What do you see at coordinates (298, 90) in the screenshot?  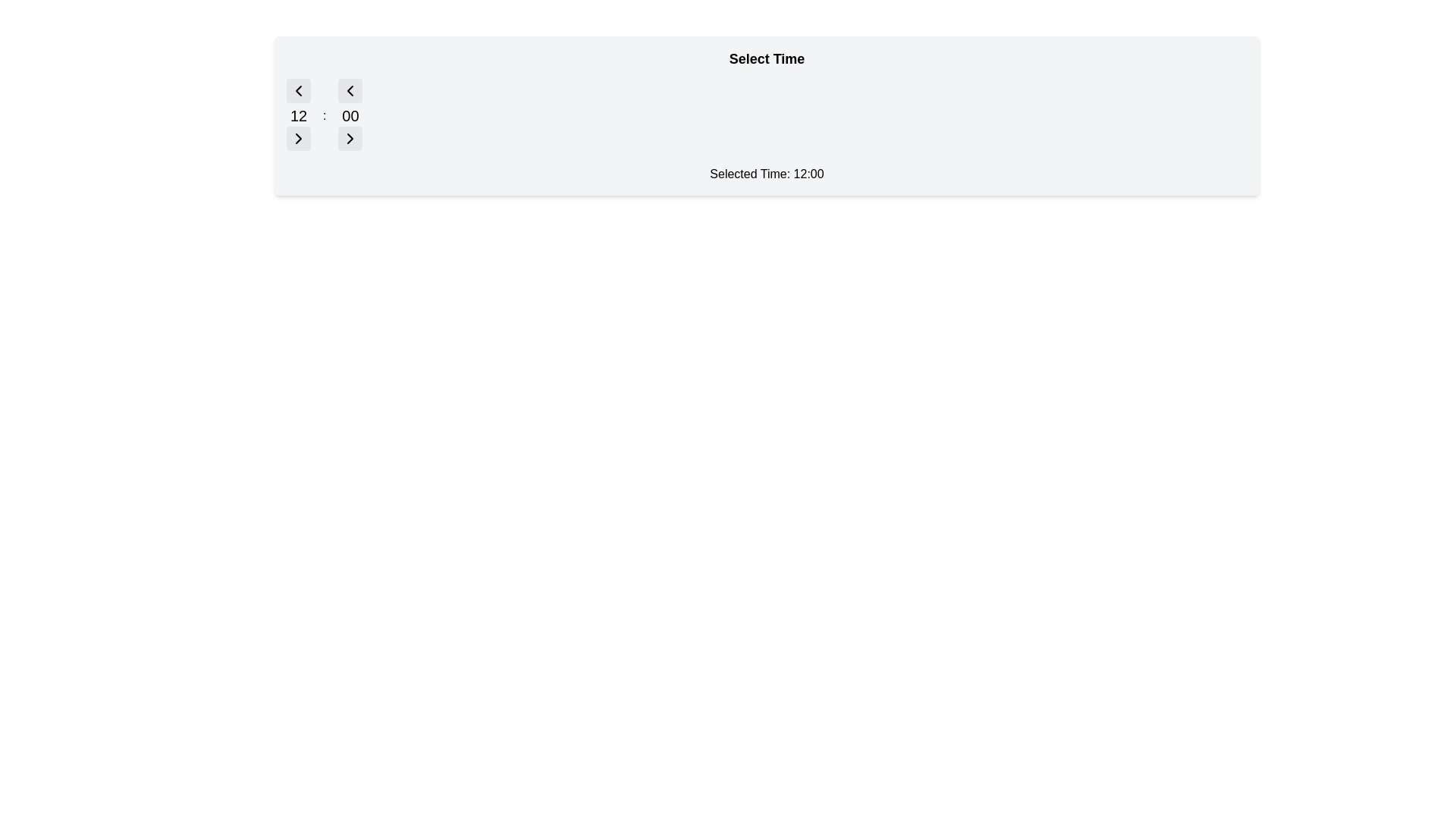 I see `the leftmost chevron icon button used to decrease the hour value in the time selector to change its background color` at bounding box center [298, 90].